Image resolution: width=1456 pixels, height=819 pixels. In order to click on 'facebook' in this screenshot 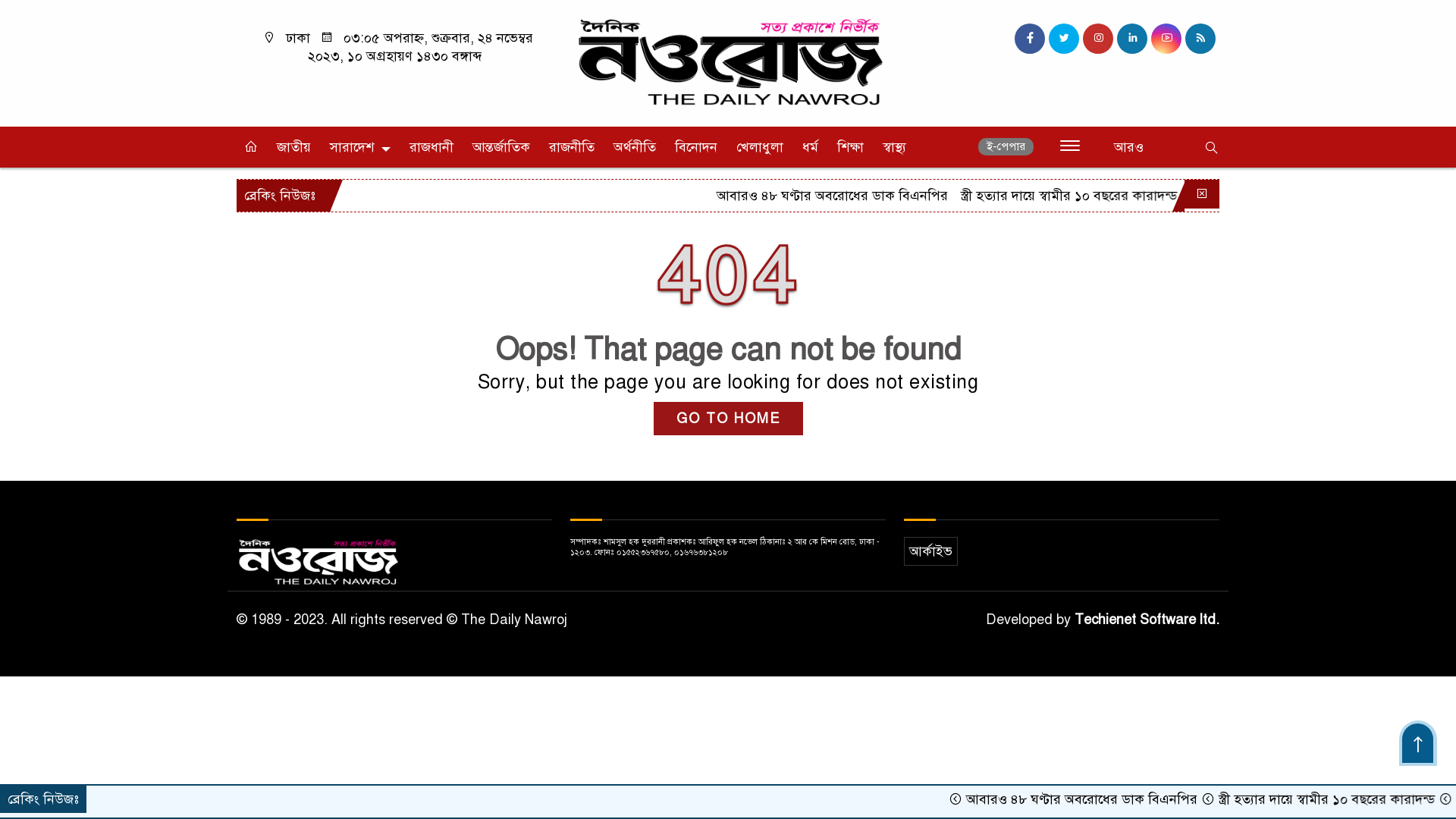, I will do `click(1030, 37)`.